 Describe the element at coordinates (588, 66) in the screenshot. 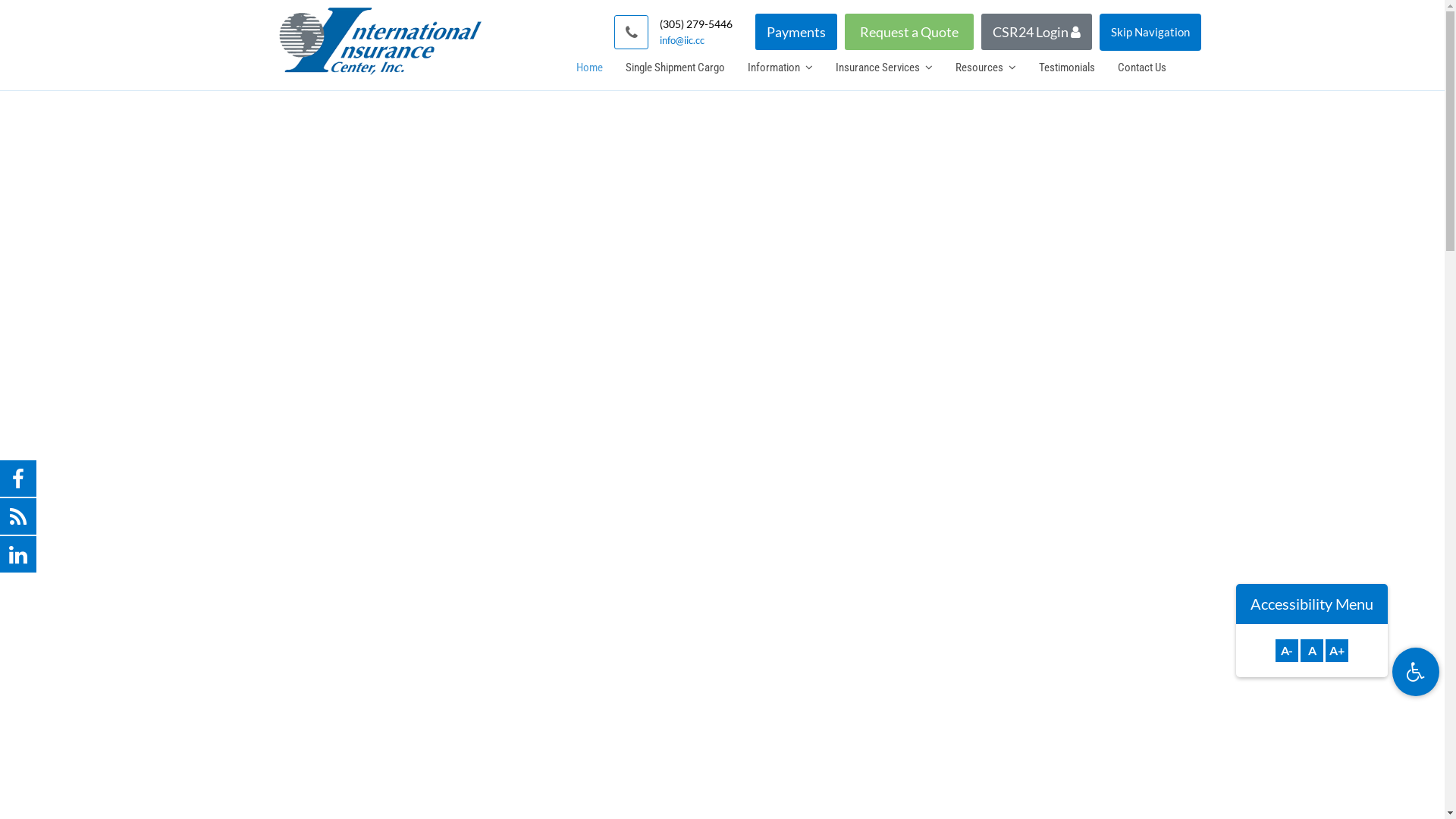

I see `'Home'` at that location.